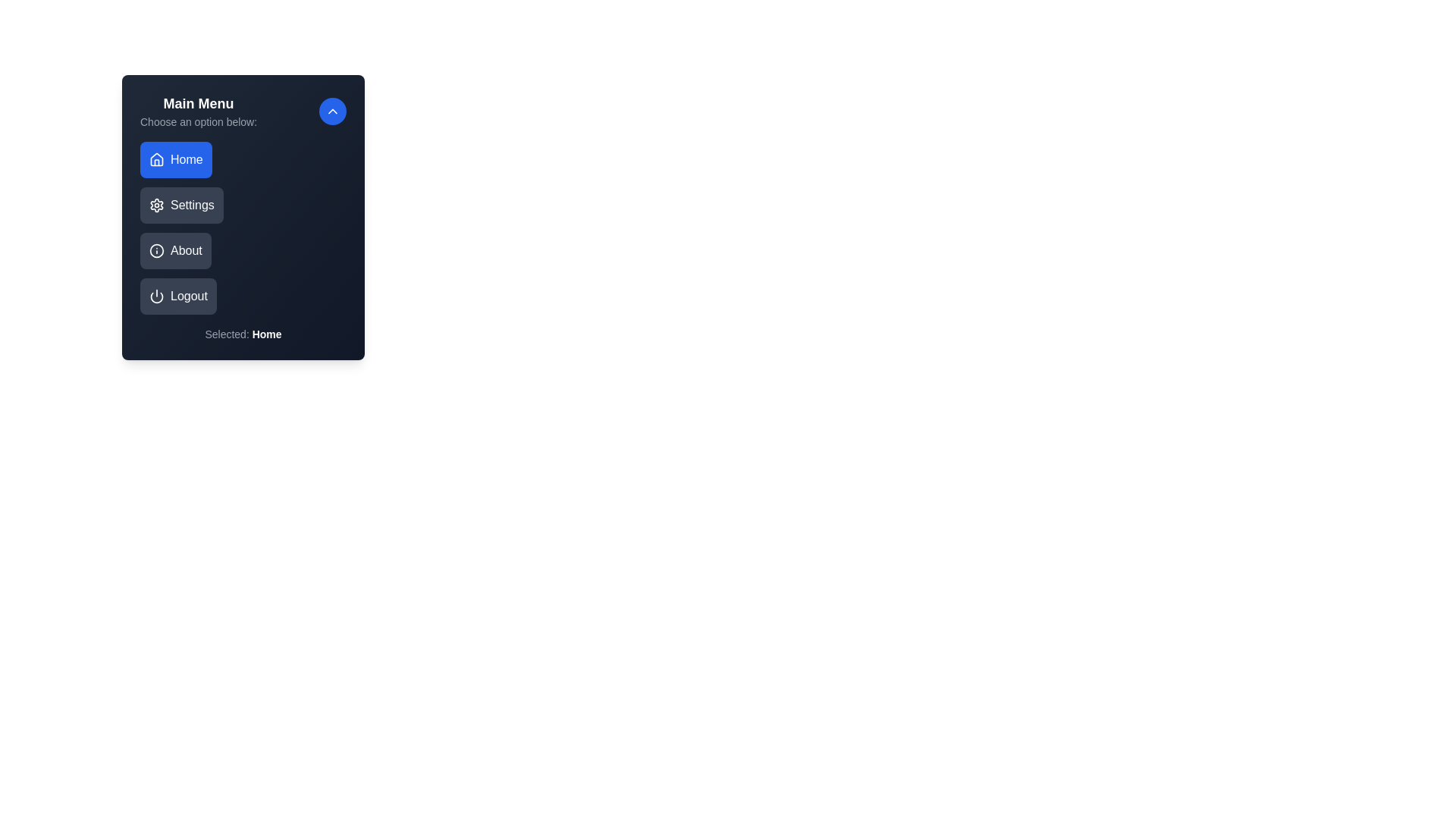 The width and height of the screenshot is (1456, 819). I want to click on the upward-pointing chevron arrow icon button located in the upper-right corner of the main menu card, so click(331, 110).